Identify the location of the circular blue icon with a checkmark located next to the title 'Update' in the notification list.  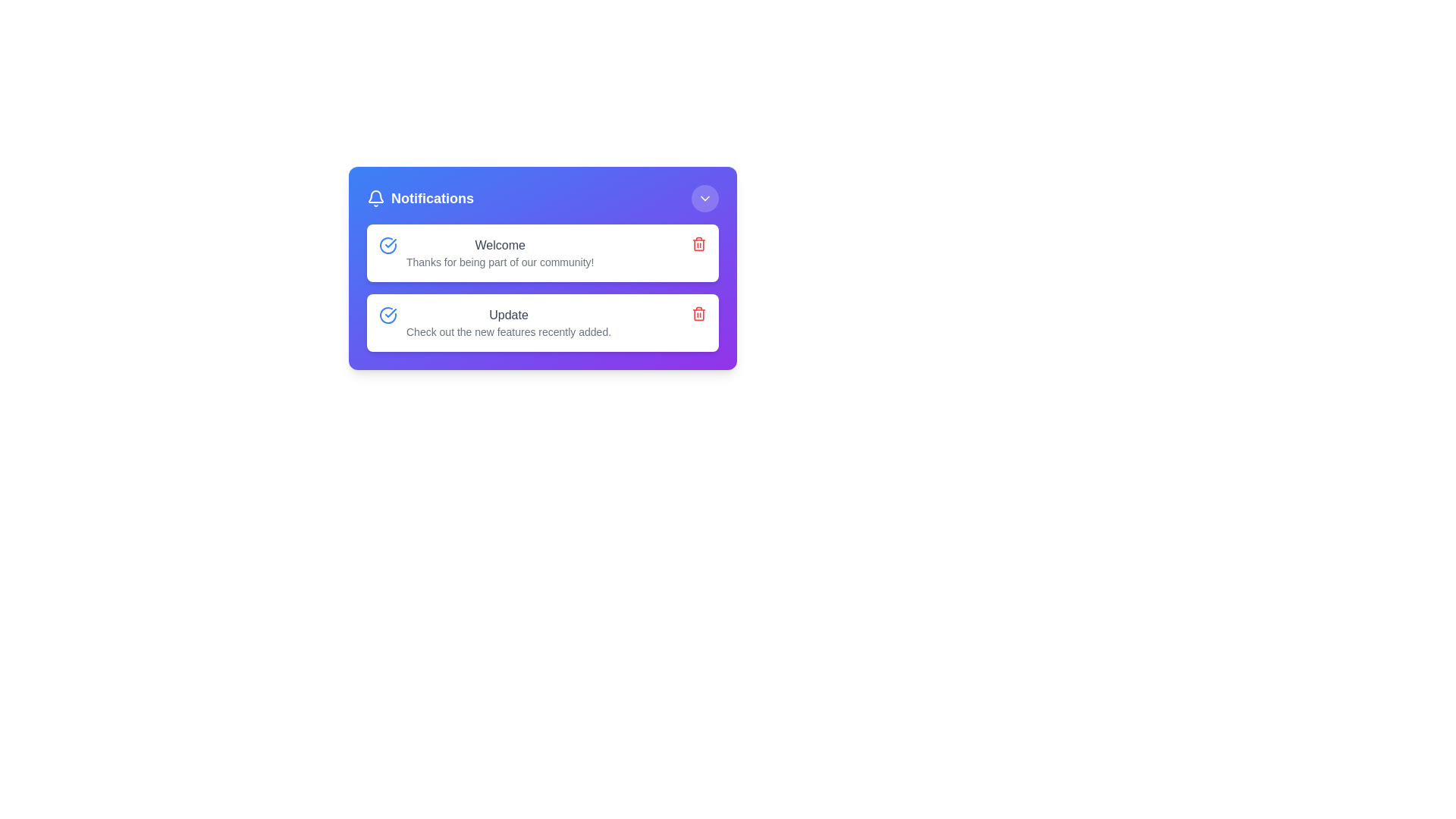
(388, 315).